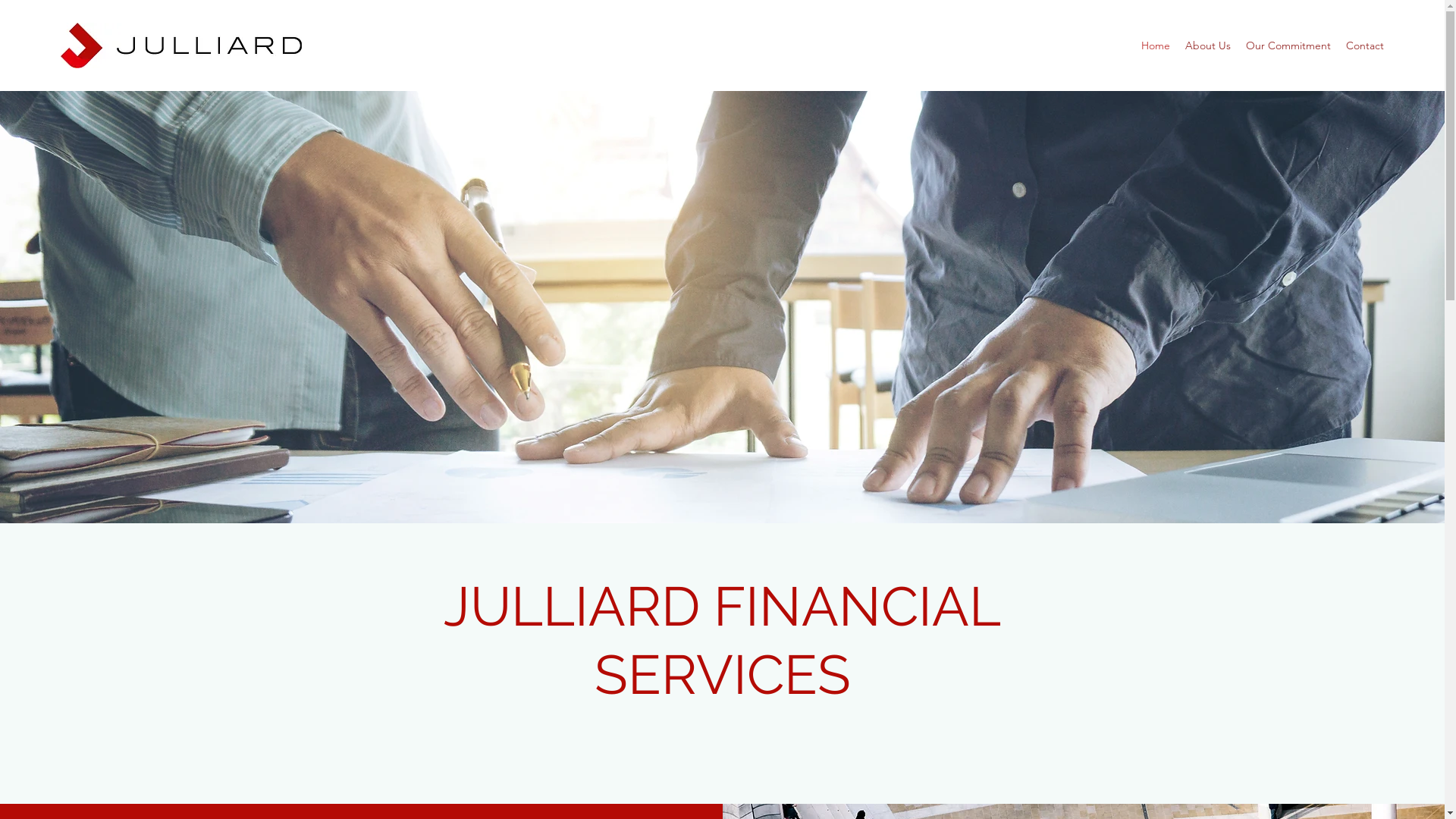 The height and width of the screenshot is (819, 1456). I want to click on 'Contact', so click(1365, 45).